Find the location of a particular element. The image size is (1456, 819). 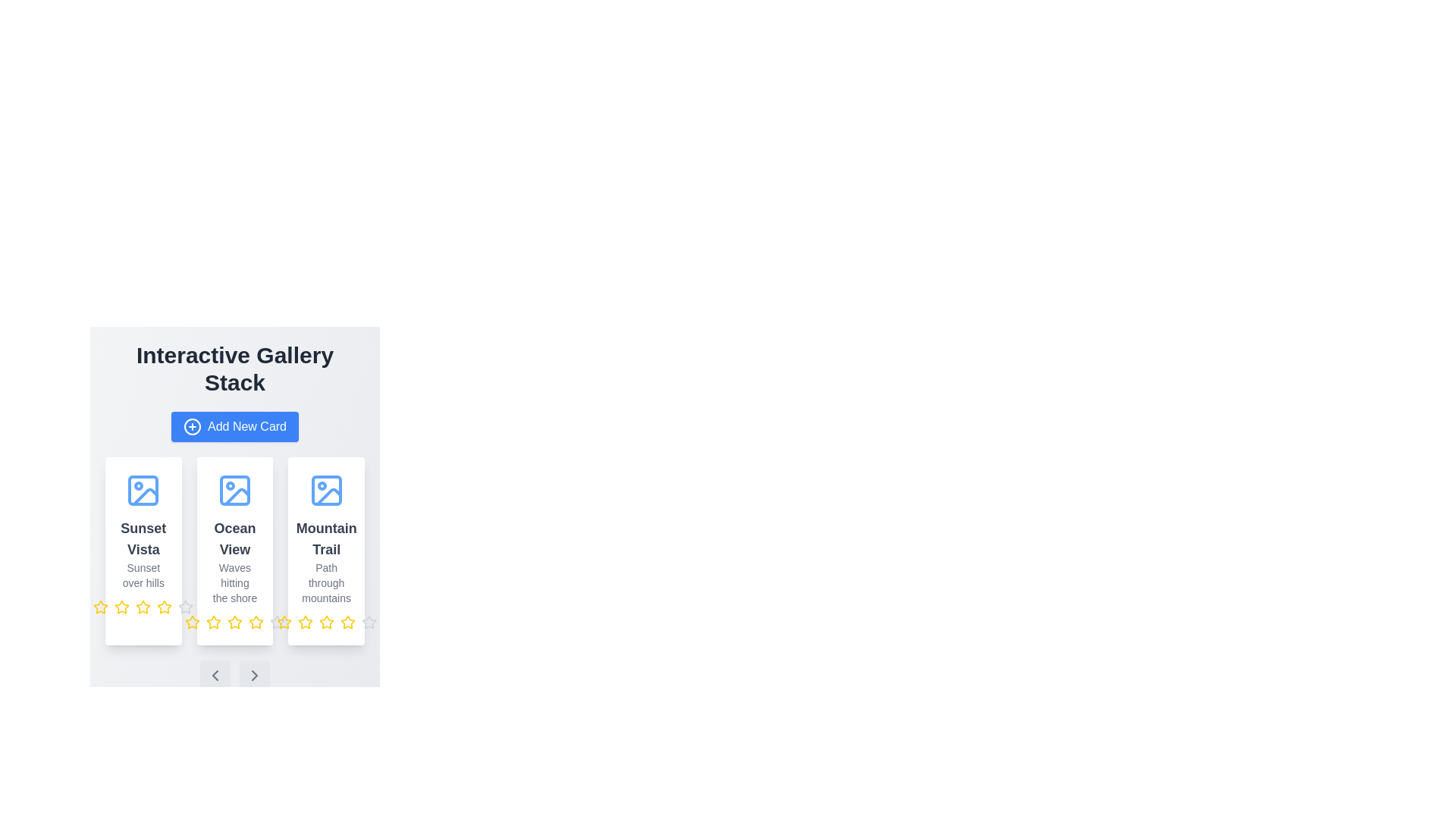

the button with a left-chevron icon located in the bottom-left part of the gallery section to change its appearance from light gray to blue is located at coordinates (214, 675).